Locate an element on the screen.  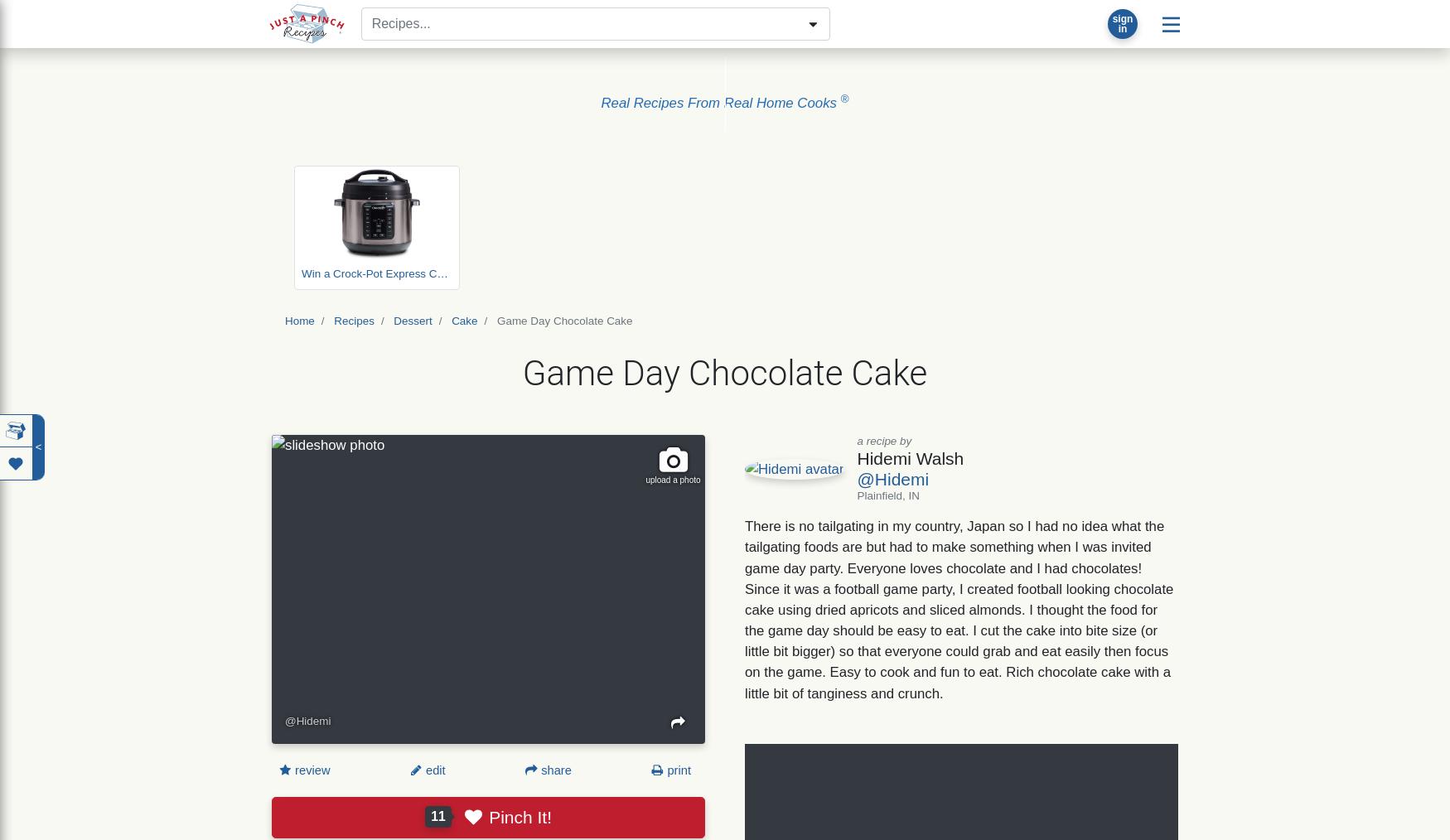
'Win a Crock-Pot Express Cooker' is located at coordinates (383, 273).